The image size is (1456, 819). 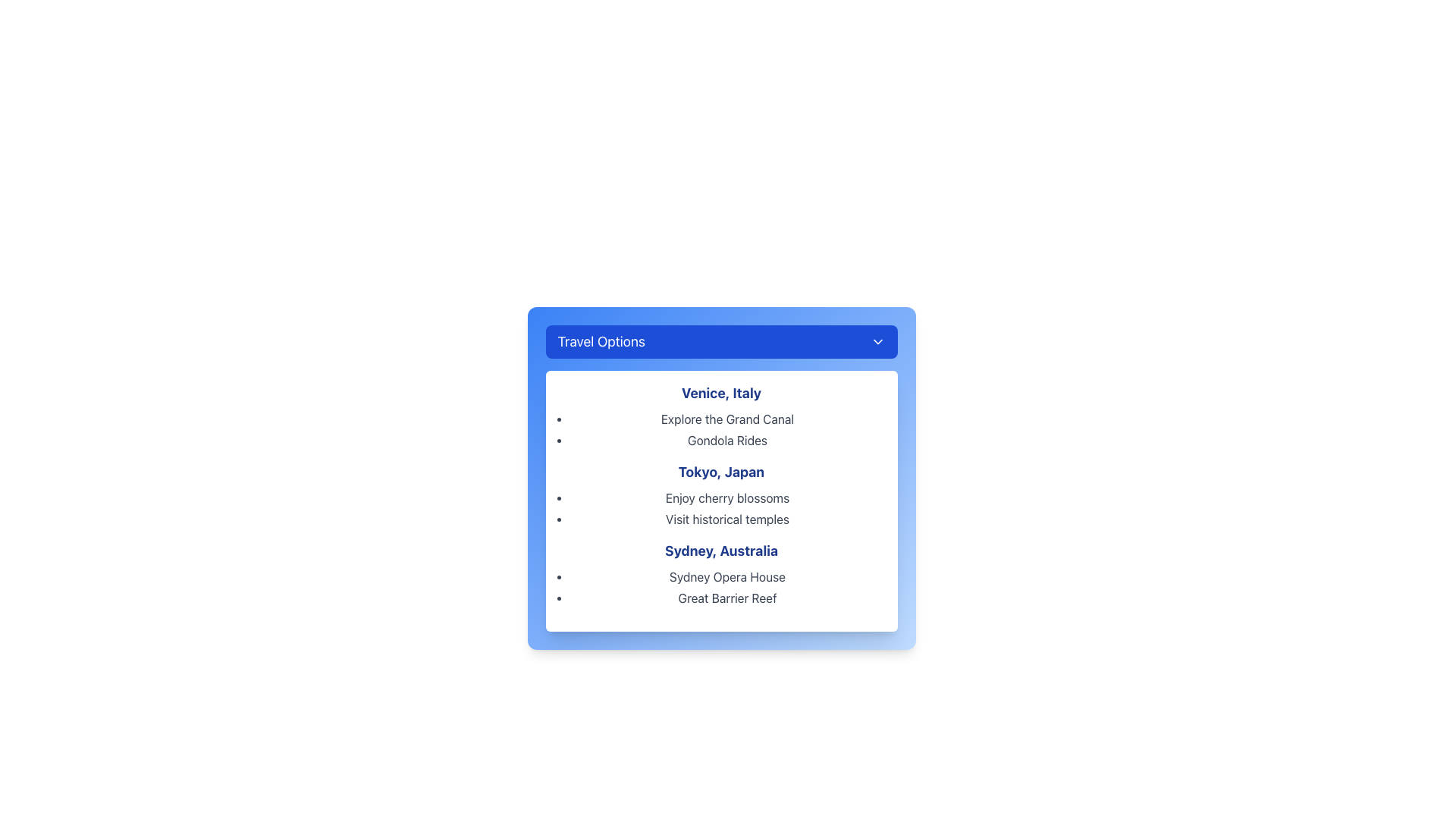 I want to click on the Text Label indicating 'Sydney, Australia', which serves as a heading for the section and is located within the 'Travel Options' dropdown menu, so click(x=720, y=551).